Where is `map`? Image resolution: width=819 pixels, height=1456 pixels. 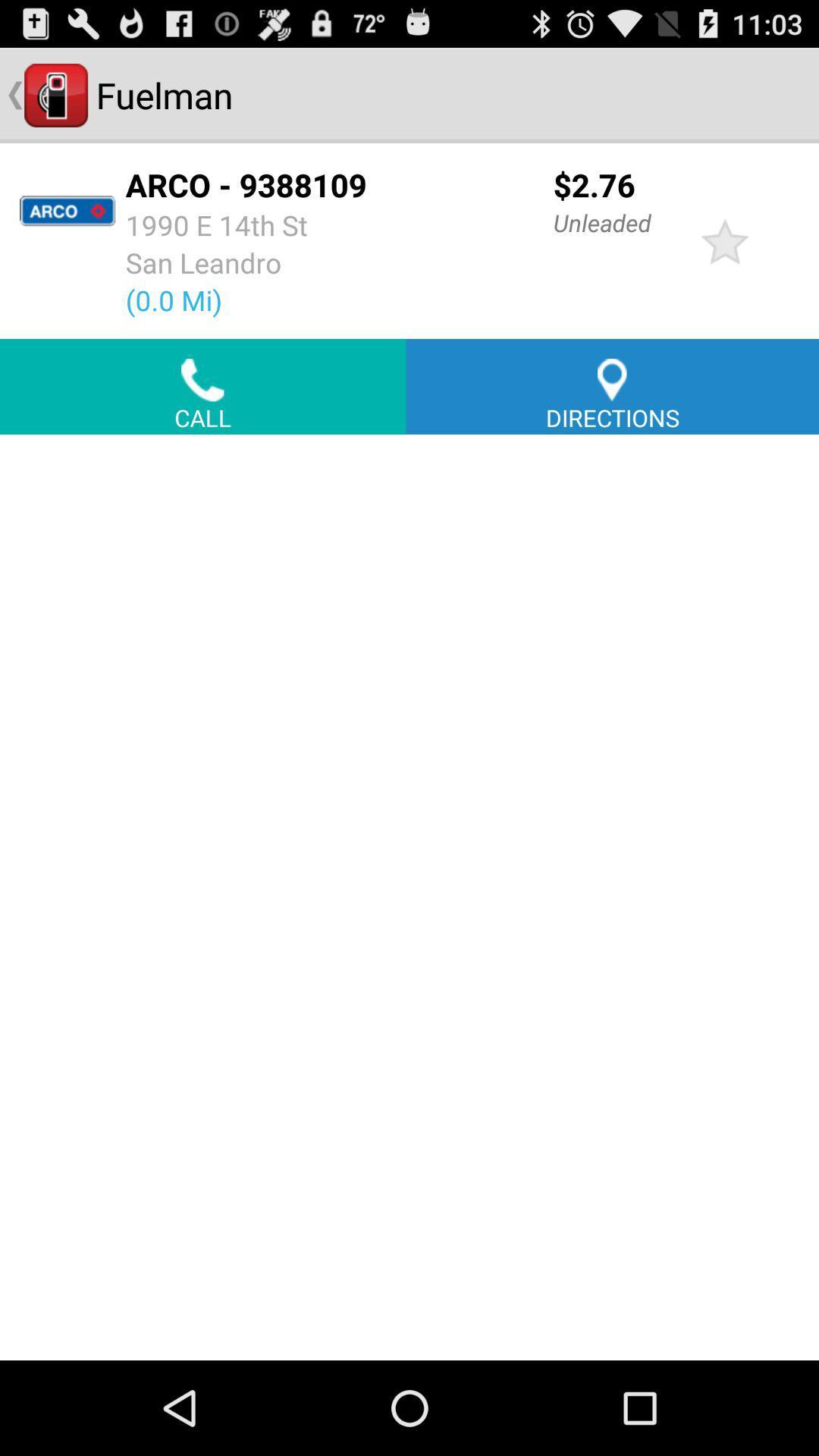 map is located at coordinates (409, 897).